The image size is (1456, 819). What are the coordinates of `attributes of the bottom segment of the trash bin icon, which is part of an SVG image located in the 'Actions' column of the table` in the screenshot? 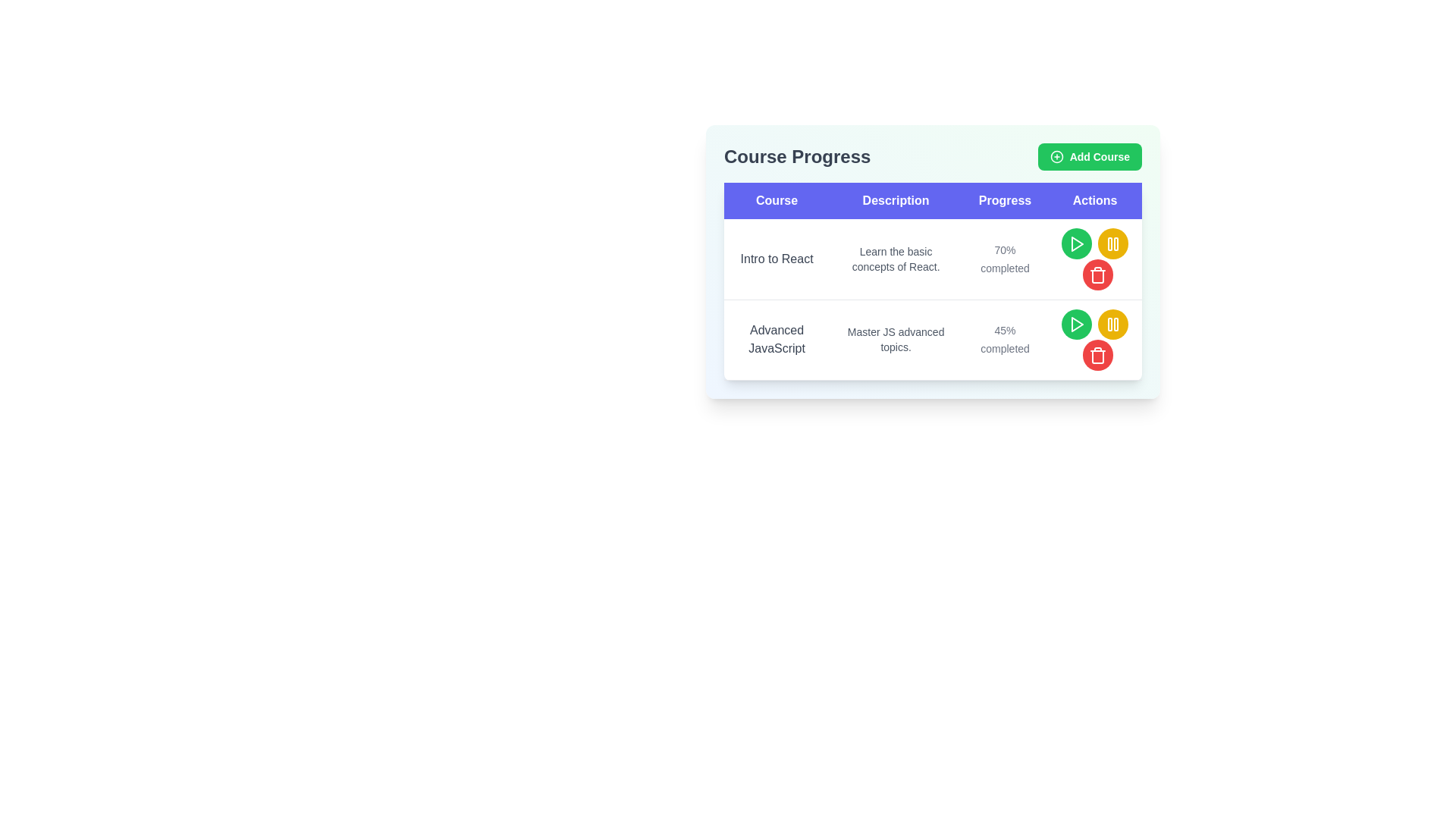 It's located at (1098, 357).